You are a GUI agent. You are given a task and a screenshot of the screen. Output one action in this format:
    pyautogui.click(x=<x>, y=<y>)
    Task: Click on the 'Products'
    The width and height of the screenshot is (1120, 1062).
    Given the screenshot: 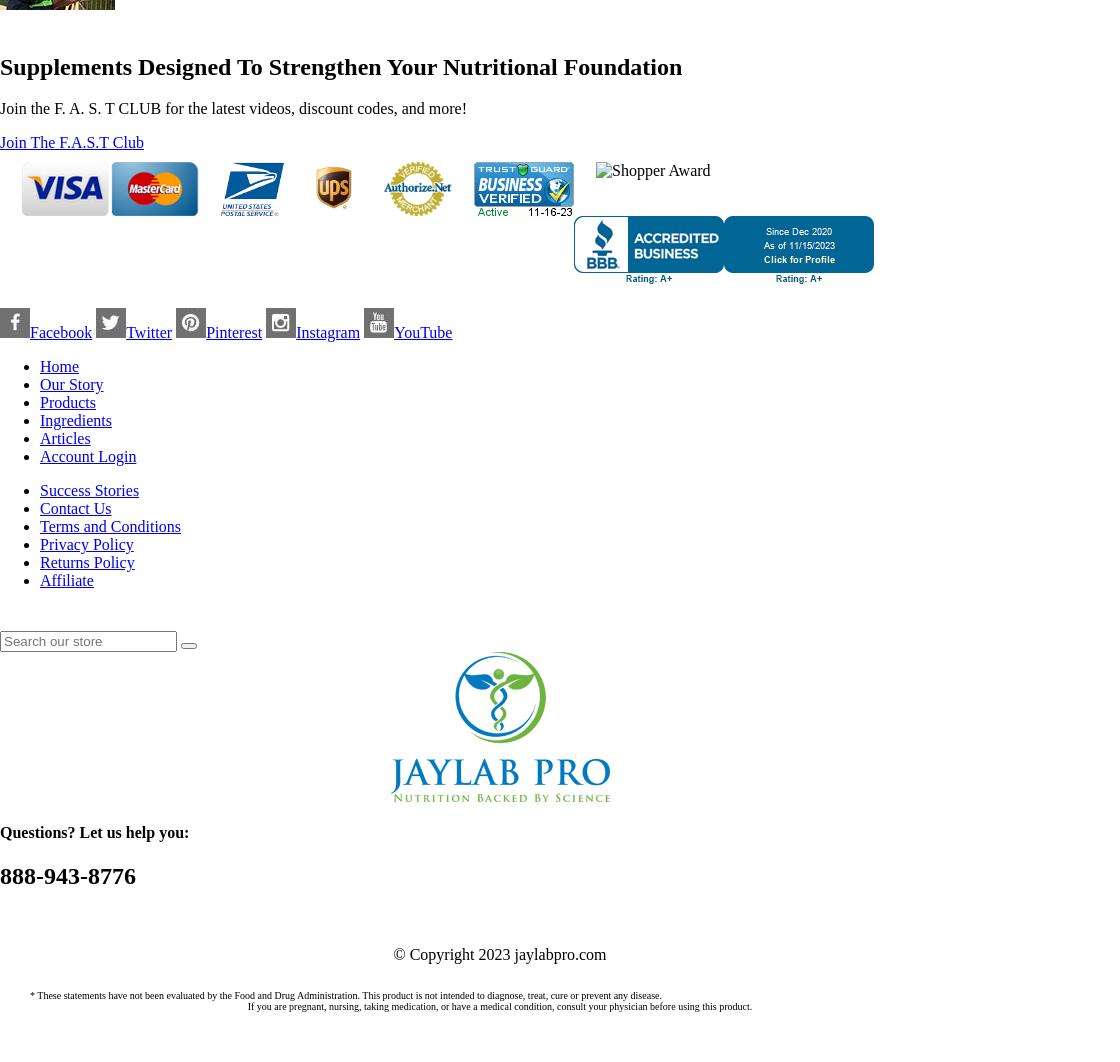 What is the action you would take?
    pyautogui.click(x=67, y=401)
    